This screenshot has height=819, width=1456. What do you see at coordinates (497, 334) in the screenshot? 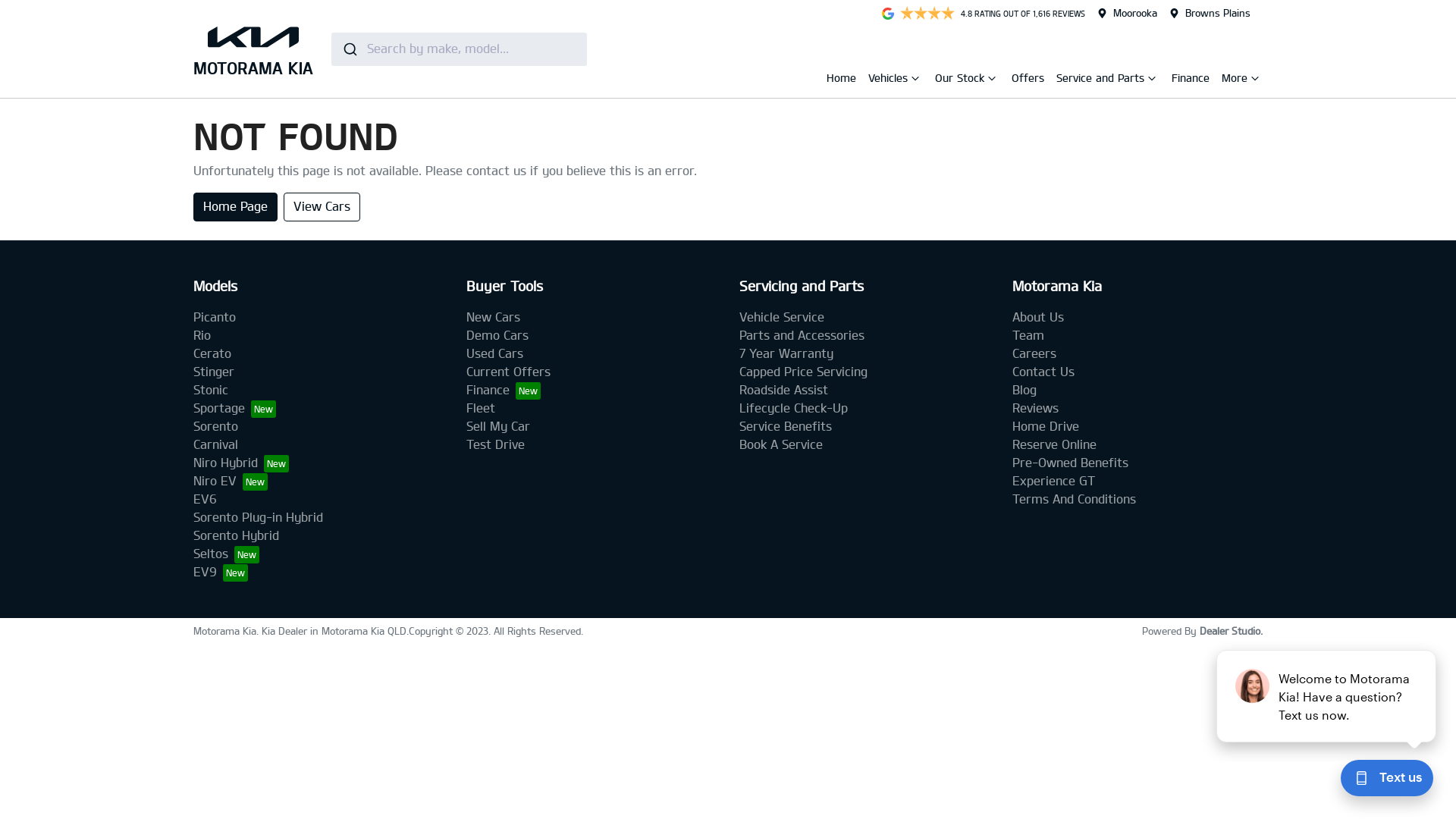
I see `'Demo Cars'` at bounding box center [497, 334].